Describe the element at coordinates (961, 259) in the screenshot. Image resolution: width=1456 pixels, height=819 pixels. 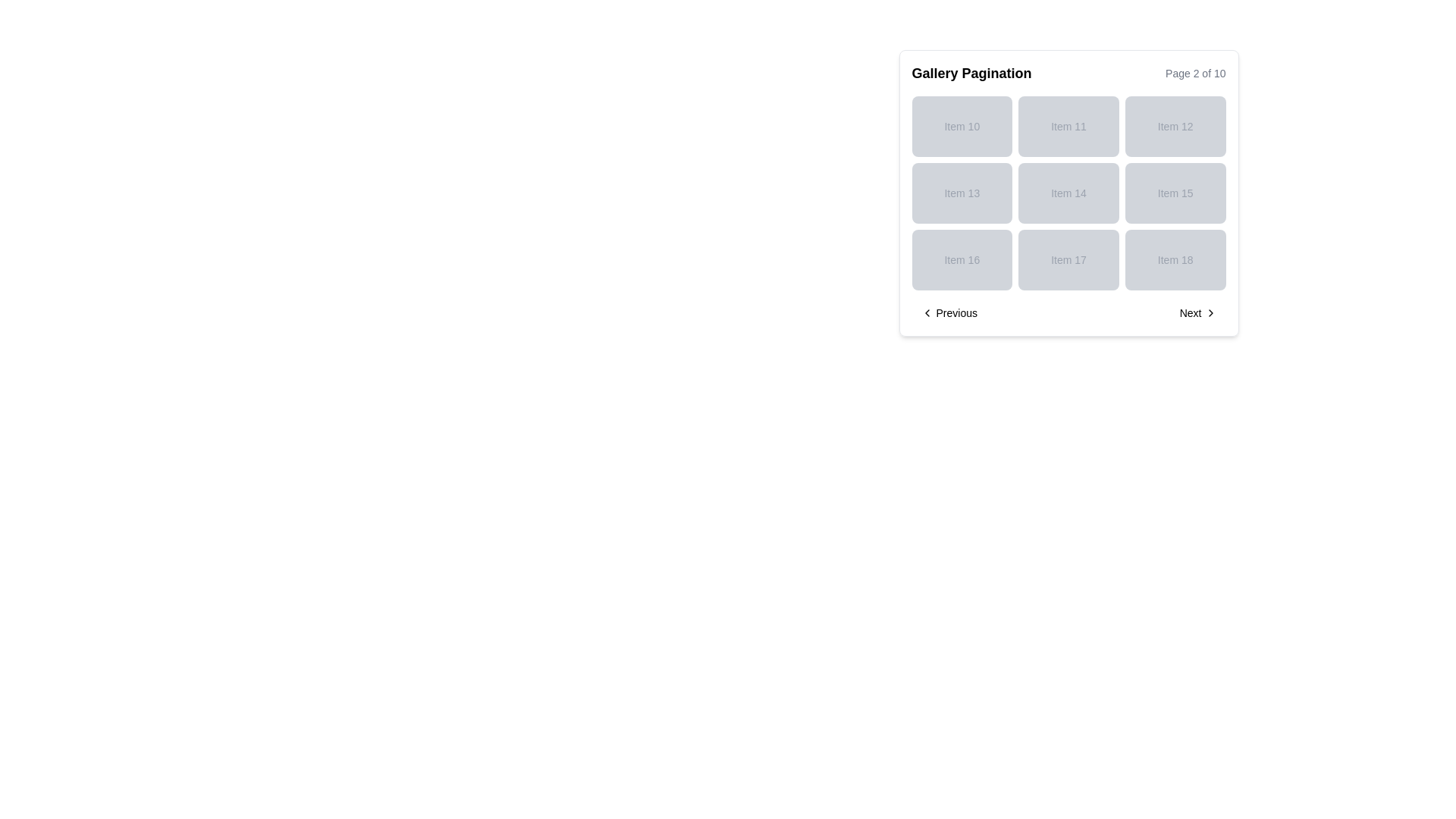
I see `the non-interactive display block labeled 'Item 16', which has a light gray background and is located in the bottom-left corner of the grid layout under 'Item 13'` at that location.